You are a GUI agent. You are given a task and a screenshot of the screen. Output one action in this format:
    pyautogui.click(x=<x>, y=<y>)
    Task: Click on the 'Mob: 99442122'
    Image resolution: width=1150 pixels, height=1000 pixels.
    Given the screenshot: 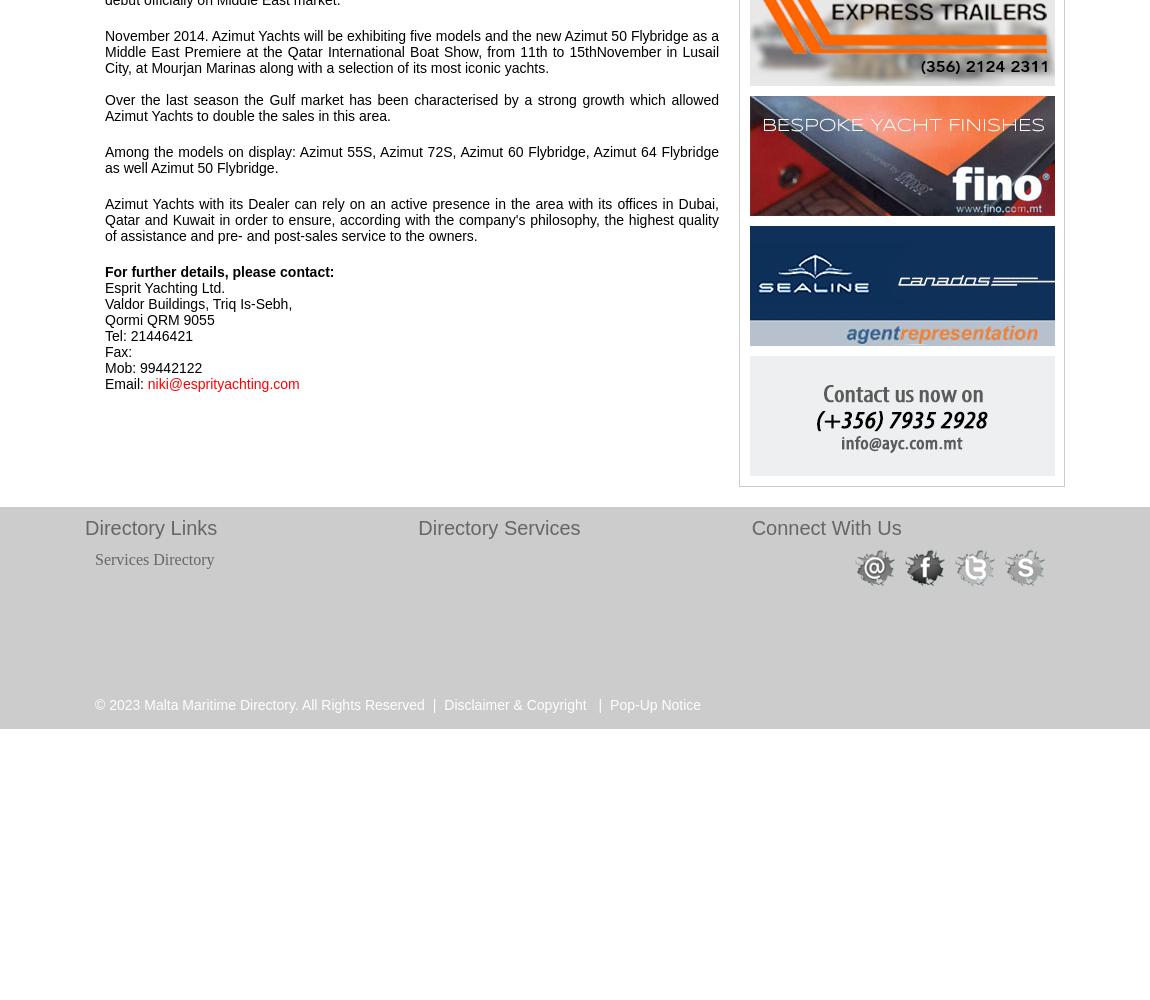 What is the action you would take?
    pyautogui.click(x=152, y=367)
    